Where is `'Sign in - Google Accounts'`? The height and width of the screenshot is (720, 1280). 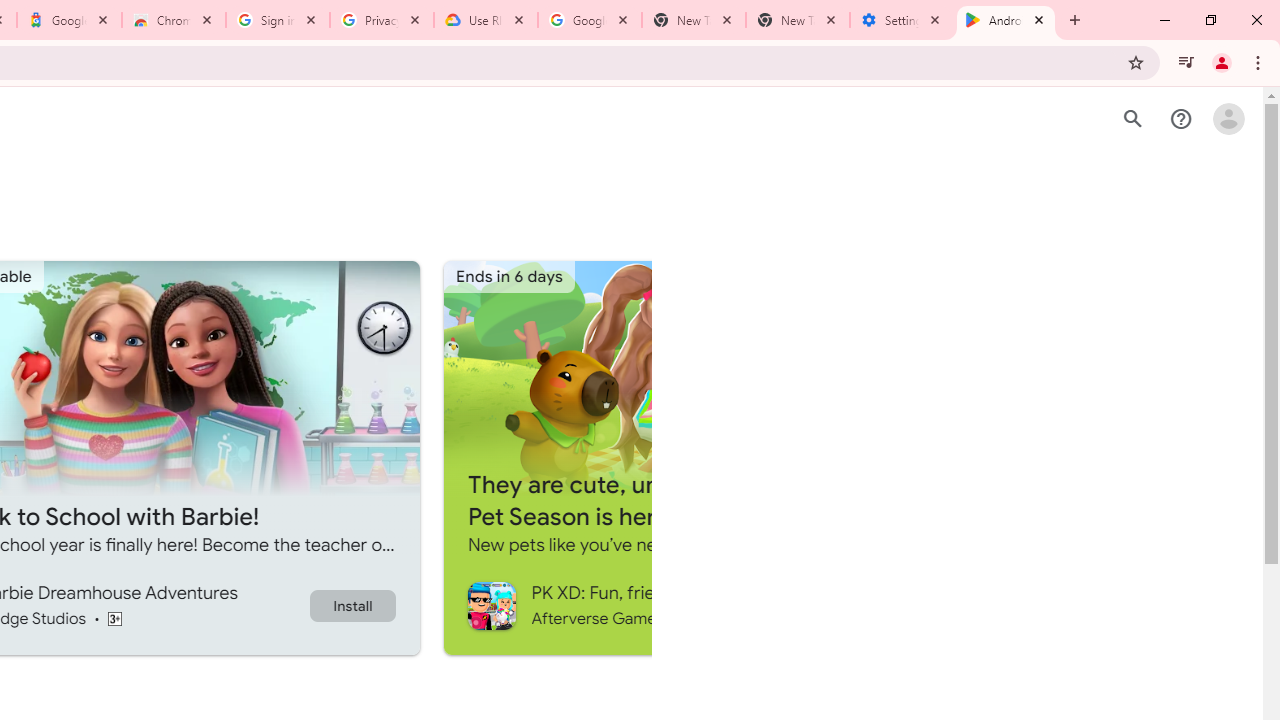 'Sign in - Google Accounts' is located at coordinates (277, 20).